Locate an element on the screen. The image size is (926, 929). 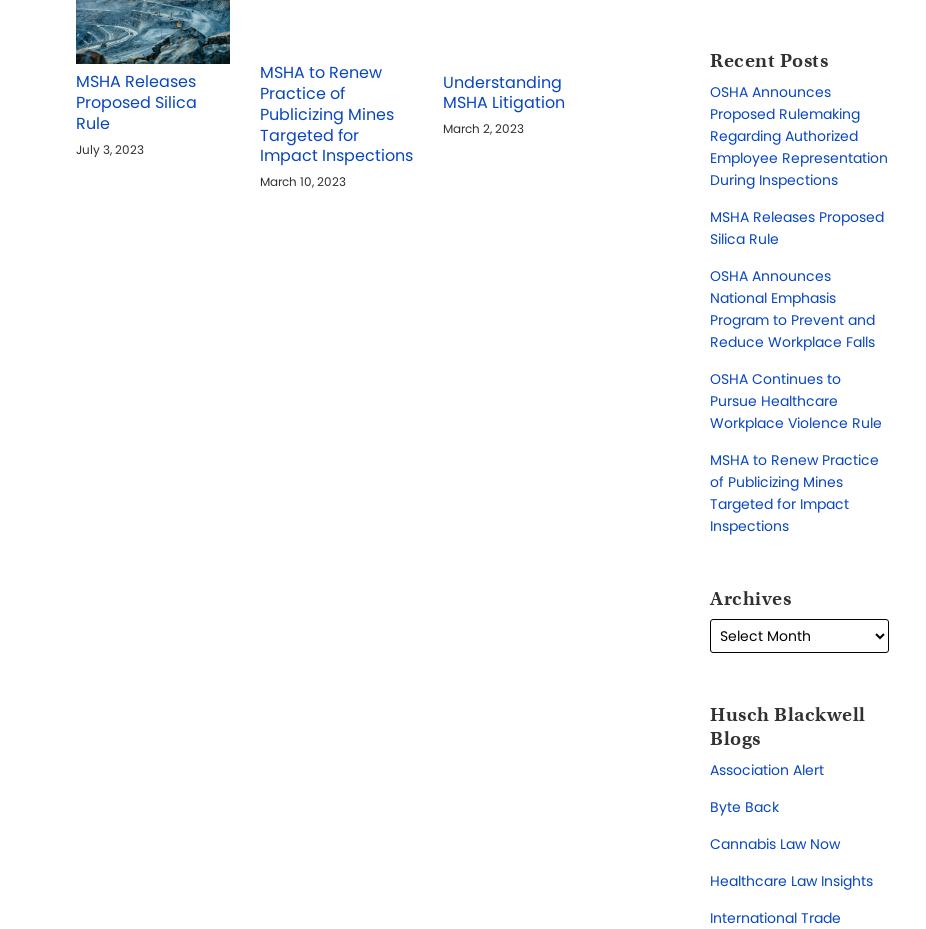
'Byte Back' is located at coordinates (709, 805).